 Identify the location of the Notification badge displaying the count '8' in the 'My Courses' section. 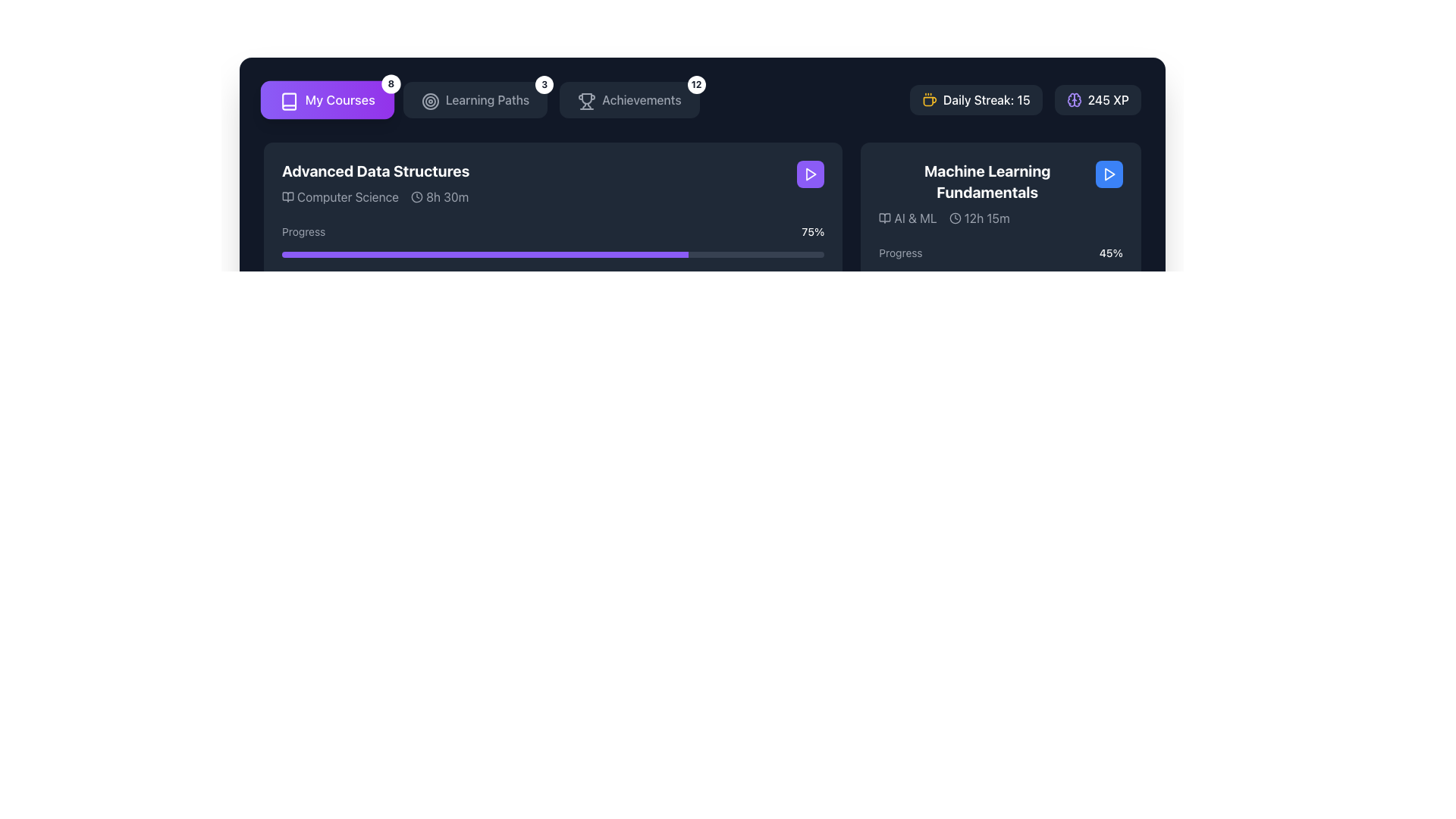
(391, 84).